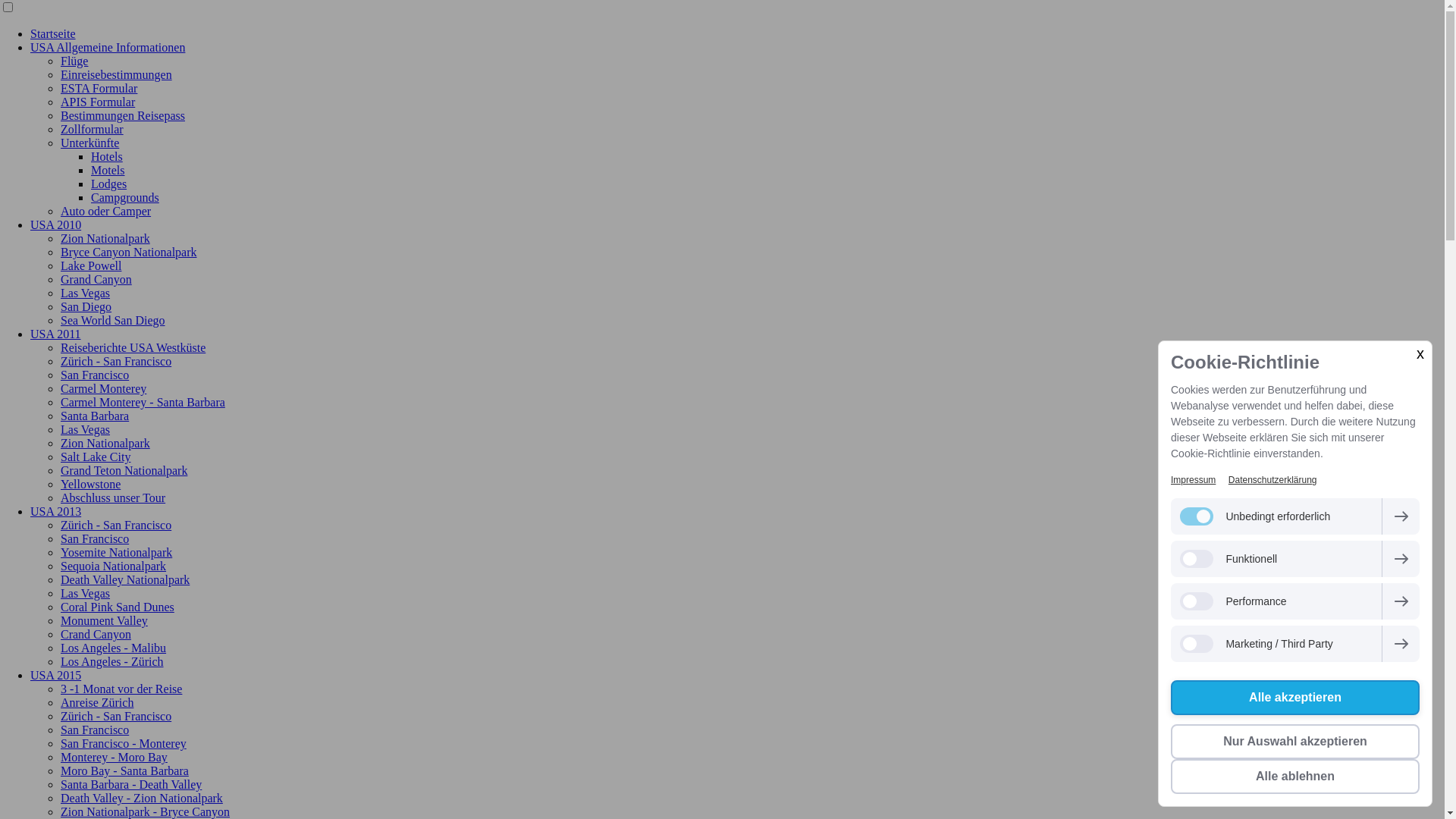 The width and height of the screenshot is (1456, 819). What do you see at coordinates (61, 689) in the screenshot?
I see `'3 -1 Monat vor der Reise'` at bounding box center [61, 689].